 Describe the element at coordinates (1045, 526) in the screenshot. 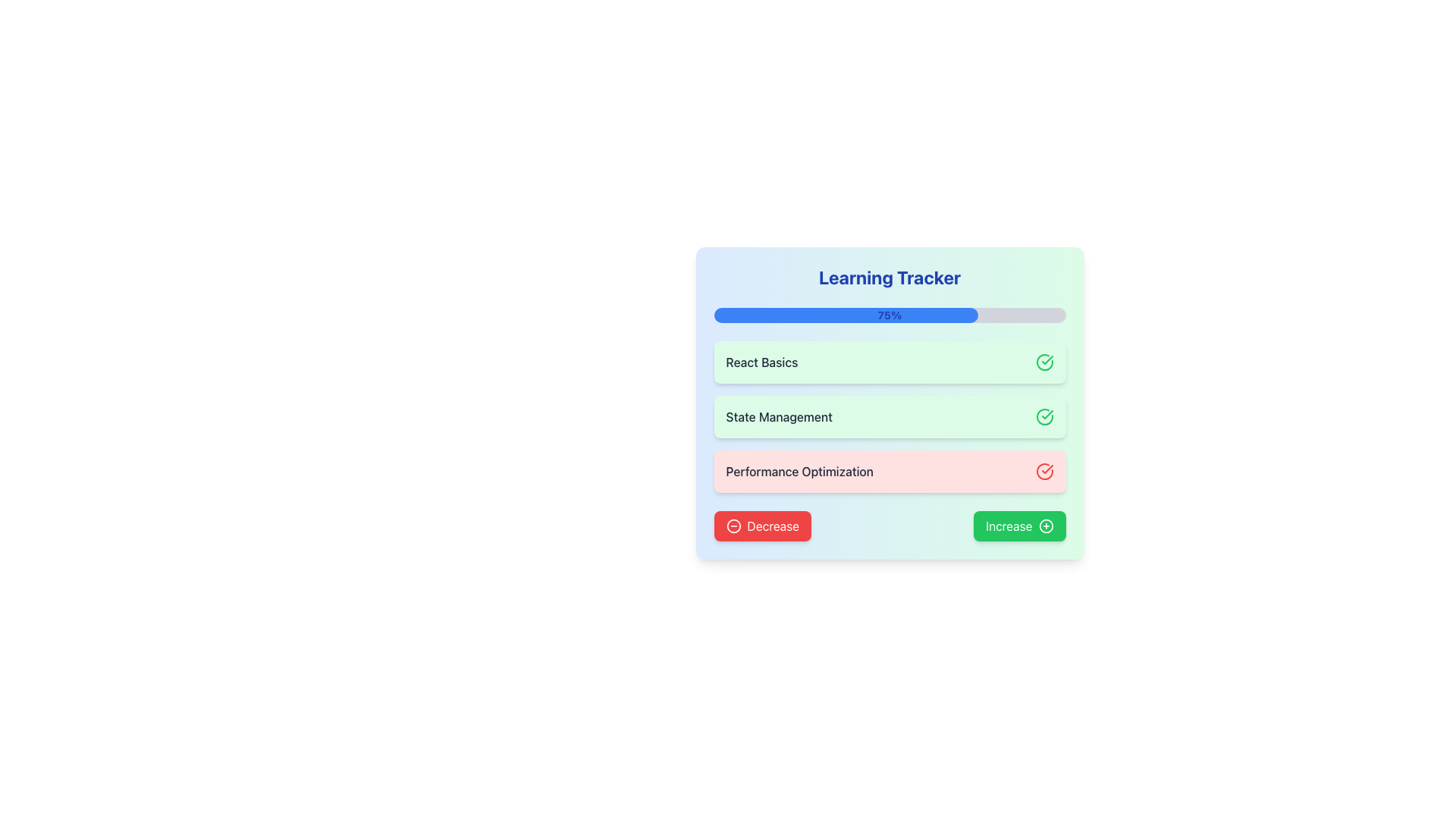

I see `SVG Circle element that visually represents the circular portion of the icon within the green 'Increase' button located at the bottom-right corner of the interface` at that location.